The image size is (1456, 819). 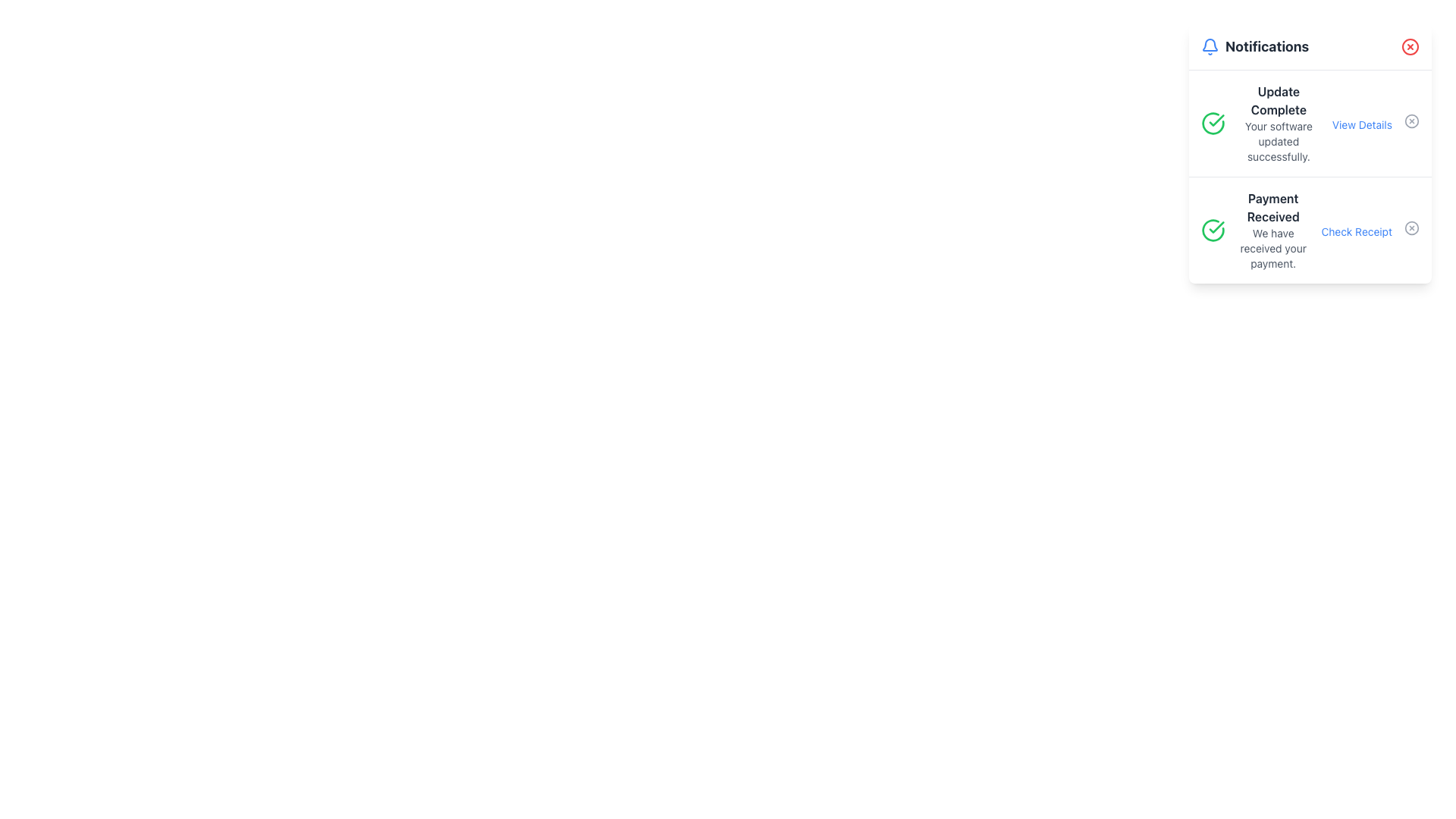 I want to click on the close button icon for the 'Payment Received' notification, which is positioned to the right of the text 'Check Receipt' in the Notifications panel, so click(x=1411, y=227).